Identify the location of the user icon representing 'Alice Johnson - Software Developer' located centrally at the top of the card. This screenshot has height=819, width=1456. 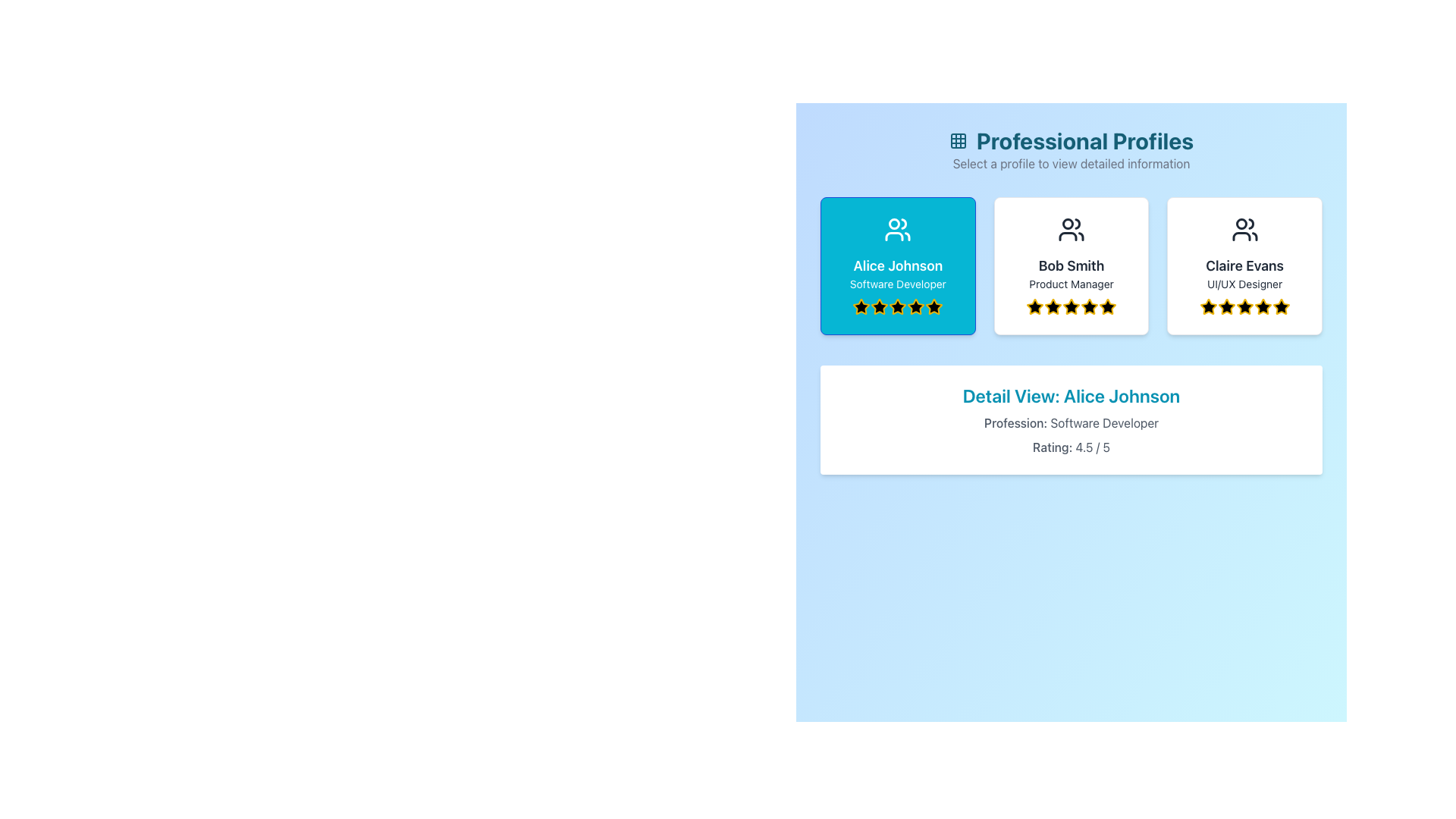
(898, 230).